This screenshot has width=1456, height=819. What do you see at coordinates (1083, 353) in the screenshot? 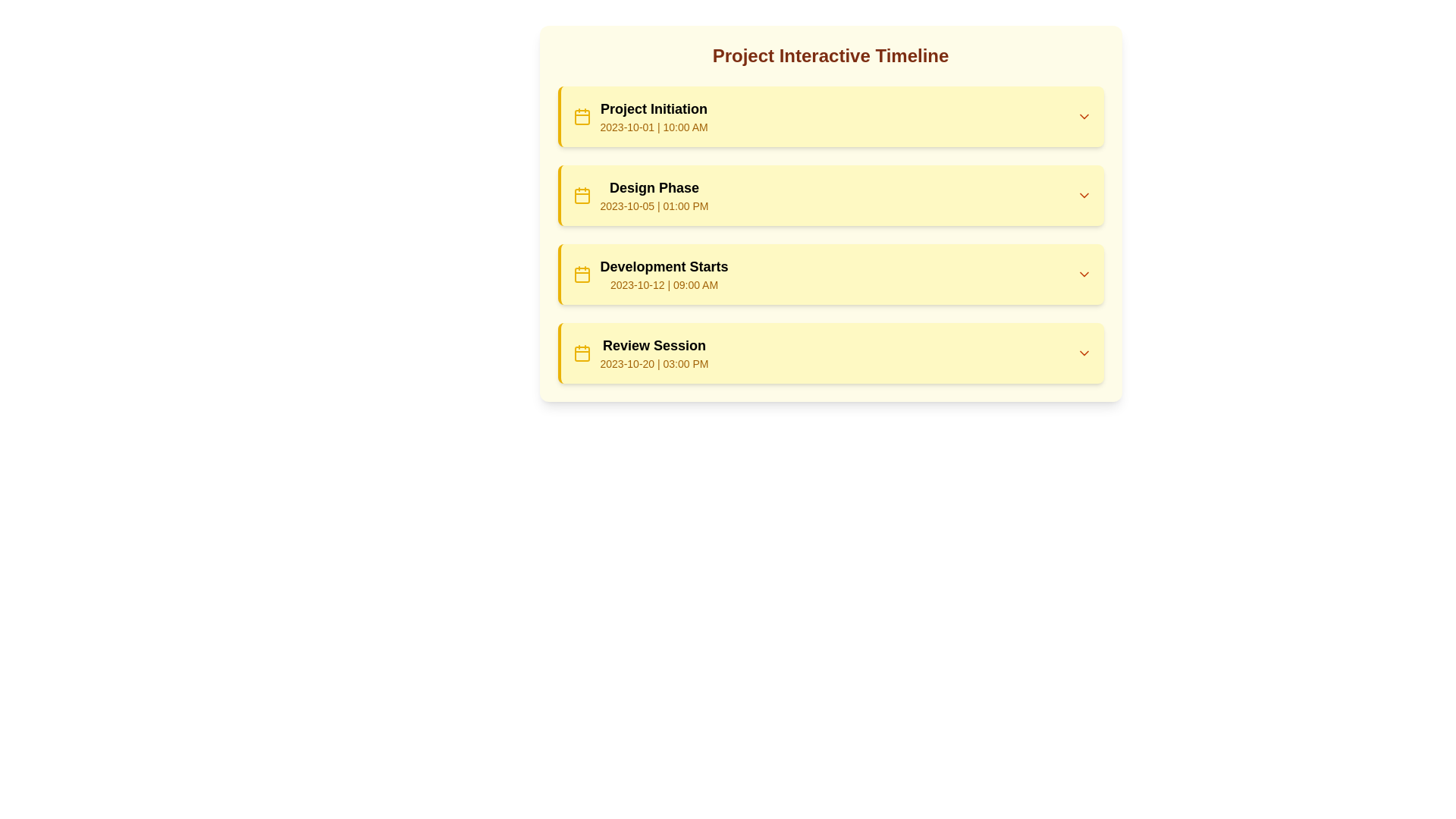
I see `the Dropdown toggle button located at the rightmost side of the 'Review Session' section to potentially trigger UI feedback` at bounding box center [1083, 353].